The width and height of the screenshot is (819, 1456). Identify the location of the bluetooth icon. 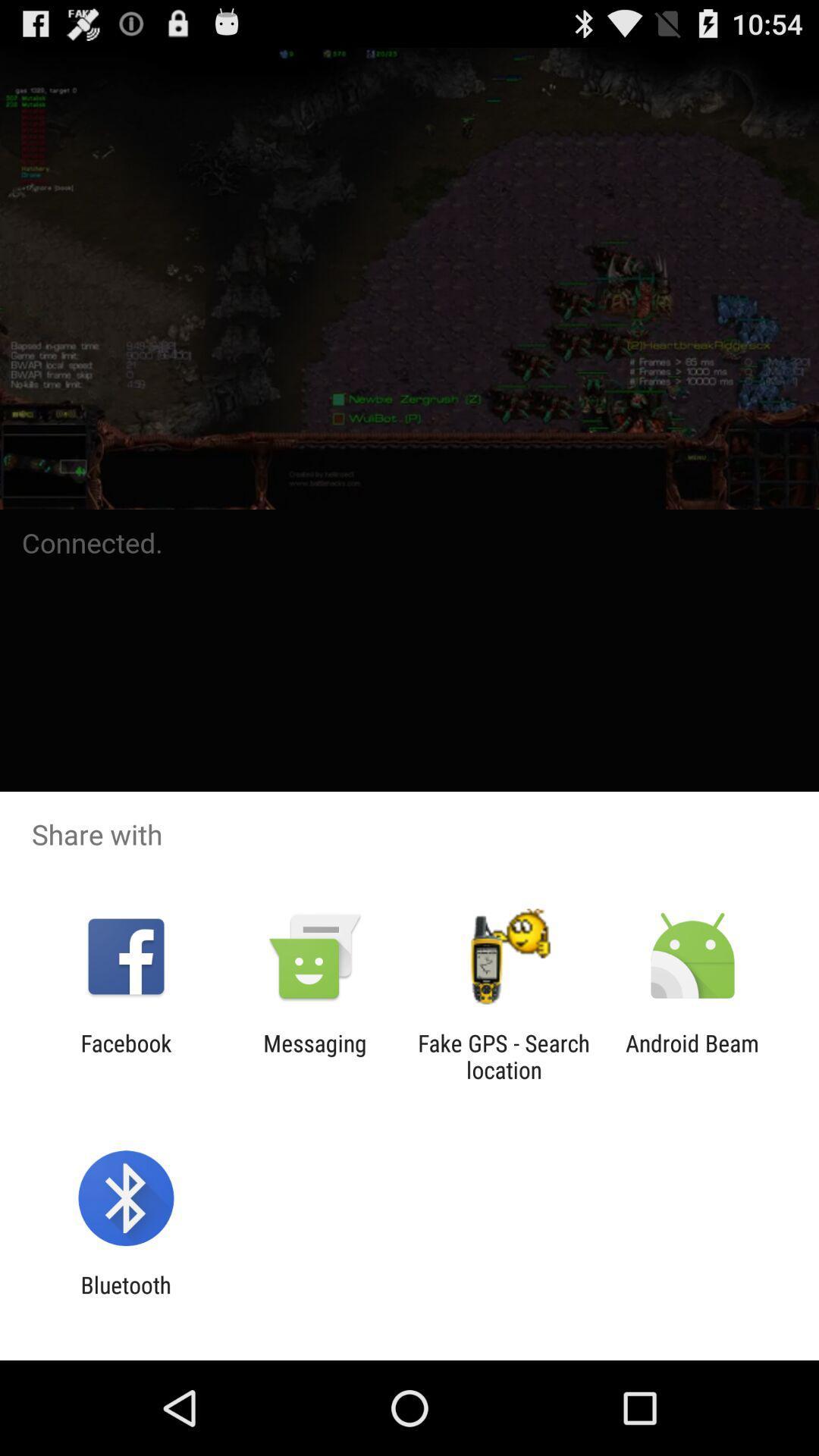
(125, 1298).